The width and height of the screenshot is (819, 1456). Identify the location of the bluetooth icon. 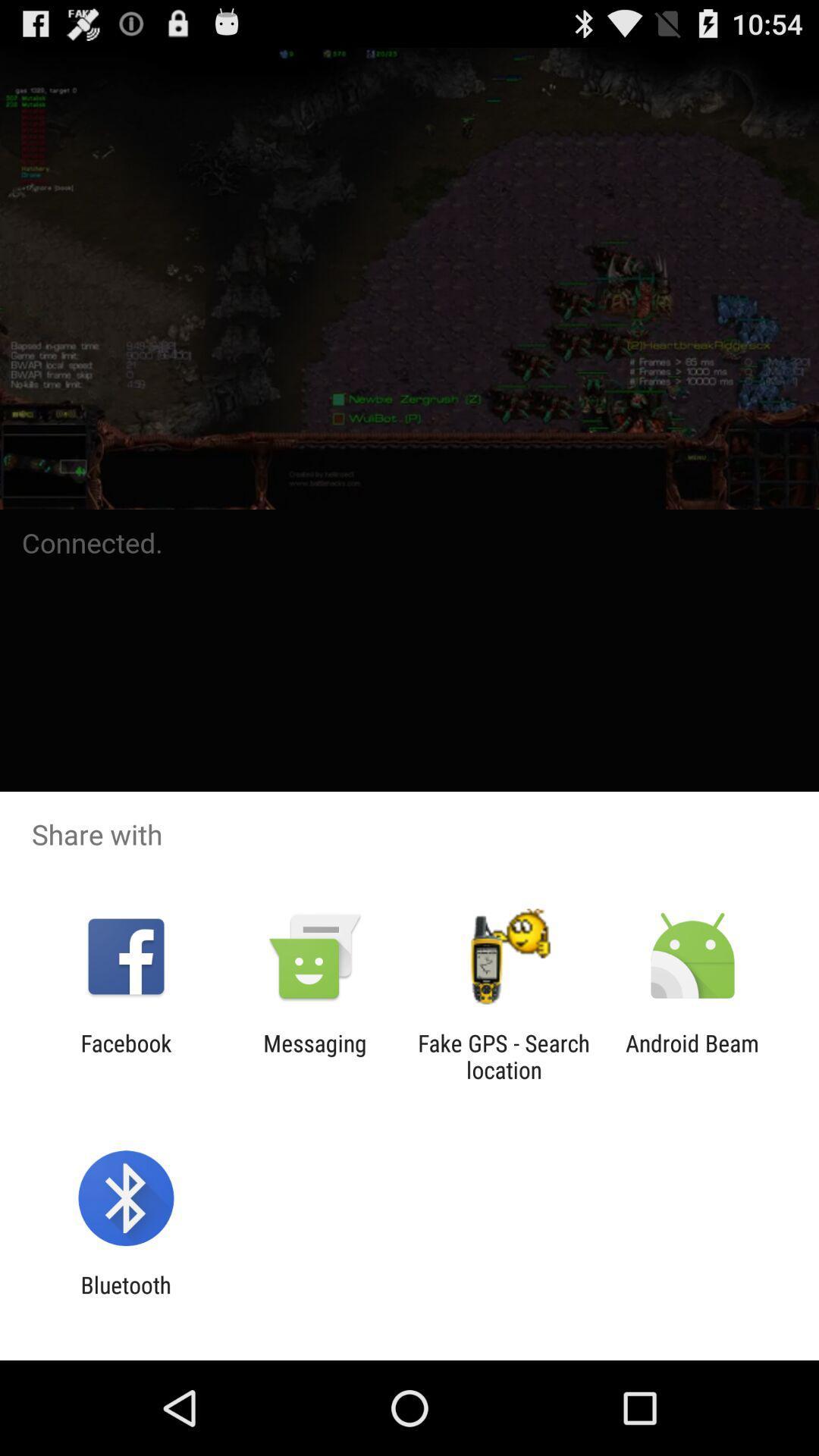
(125, 1298).